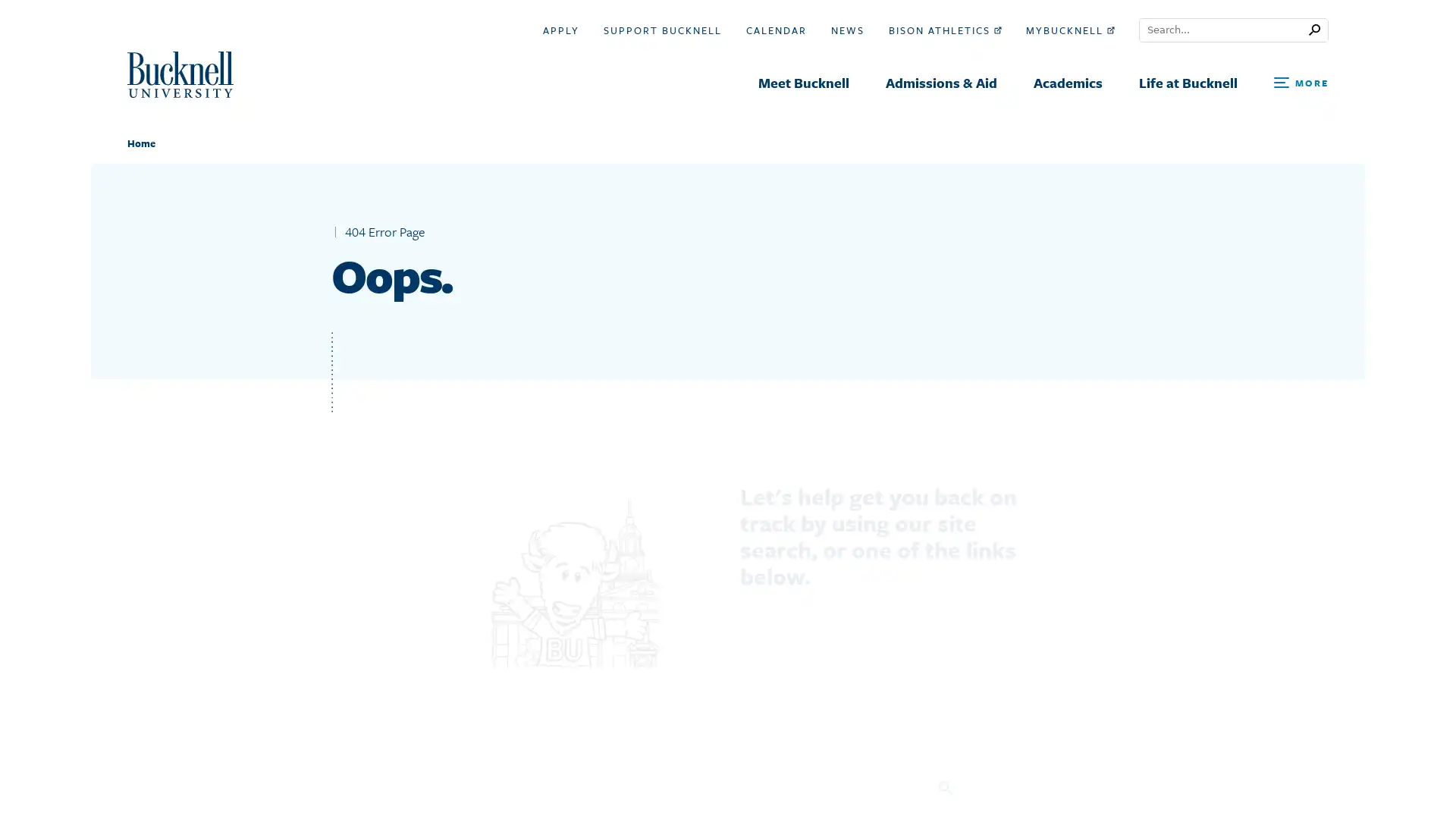  I want to click on Open Search and Additional Links, so click(1301, 83).